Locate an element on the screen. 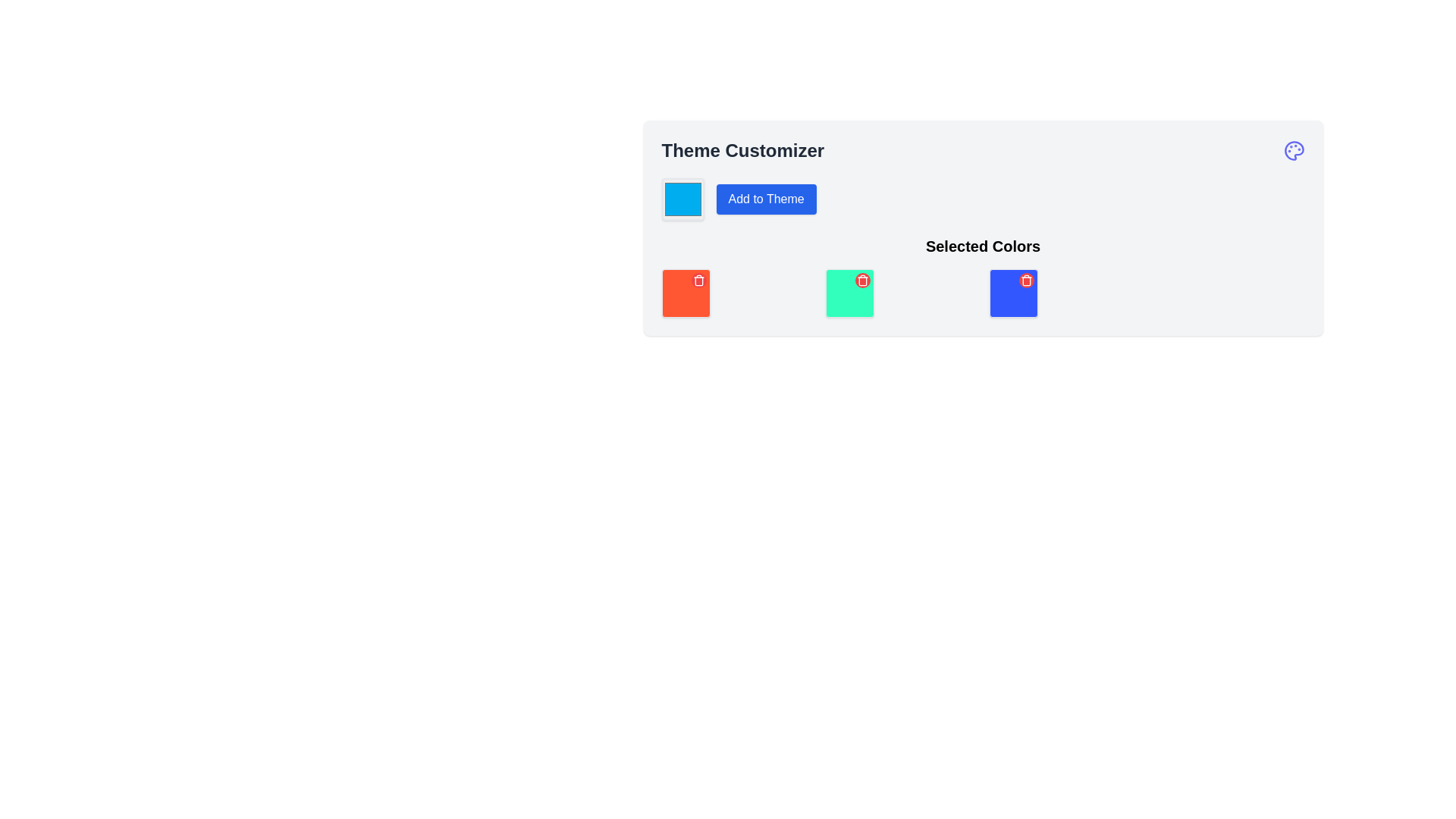  the delete icon button located at the top-right corner of the middle green square tile in the 'Selected Colors' section is located at coordinates (862, 281).